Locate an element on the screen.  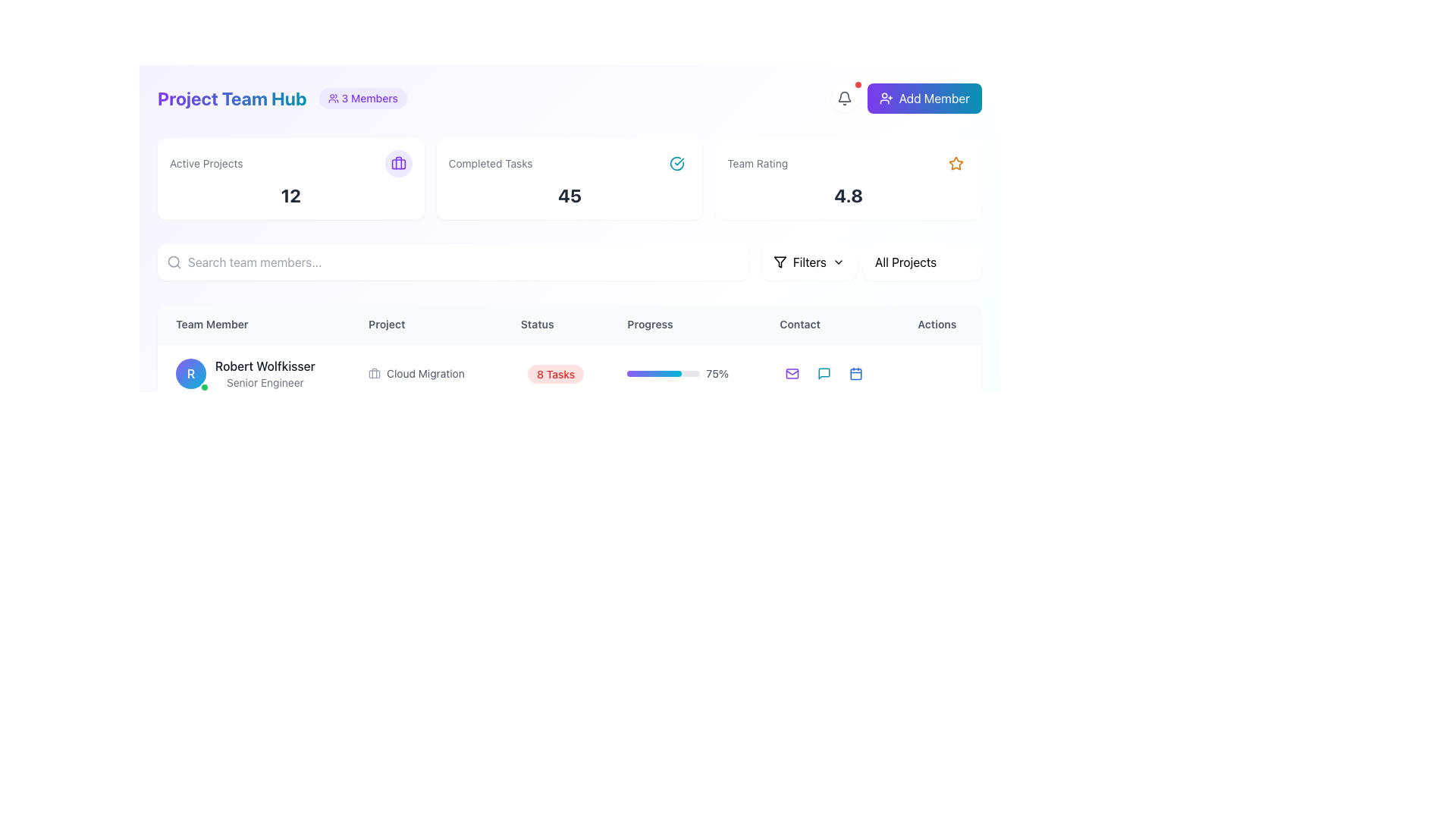
the small square-shaped icon resembling a speech or message bubble with a cyan blue outline located in the 'Contact' column for 'Robert Wolfkisser' is located at coordinates (824, 374).